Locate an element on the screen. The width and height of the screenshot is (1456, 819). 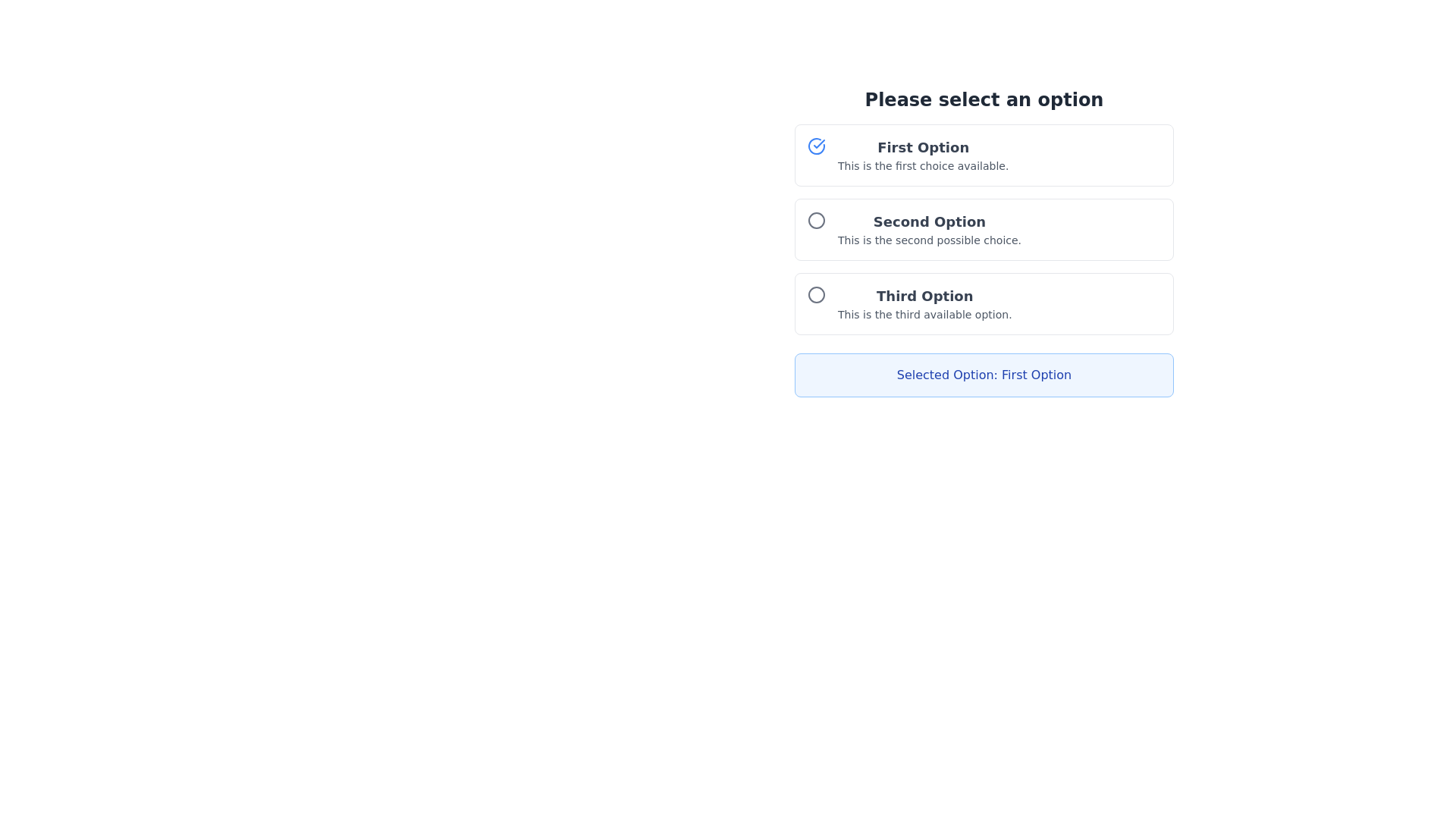
the text label that displays the currently selected option, which is located below the list of selection options and is centered horizontally within a rounded box with a light blue background and a blue border is located at coordinates (984, 375).